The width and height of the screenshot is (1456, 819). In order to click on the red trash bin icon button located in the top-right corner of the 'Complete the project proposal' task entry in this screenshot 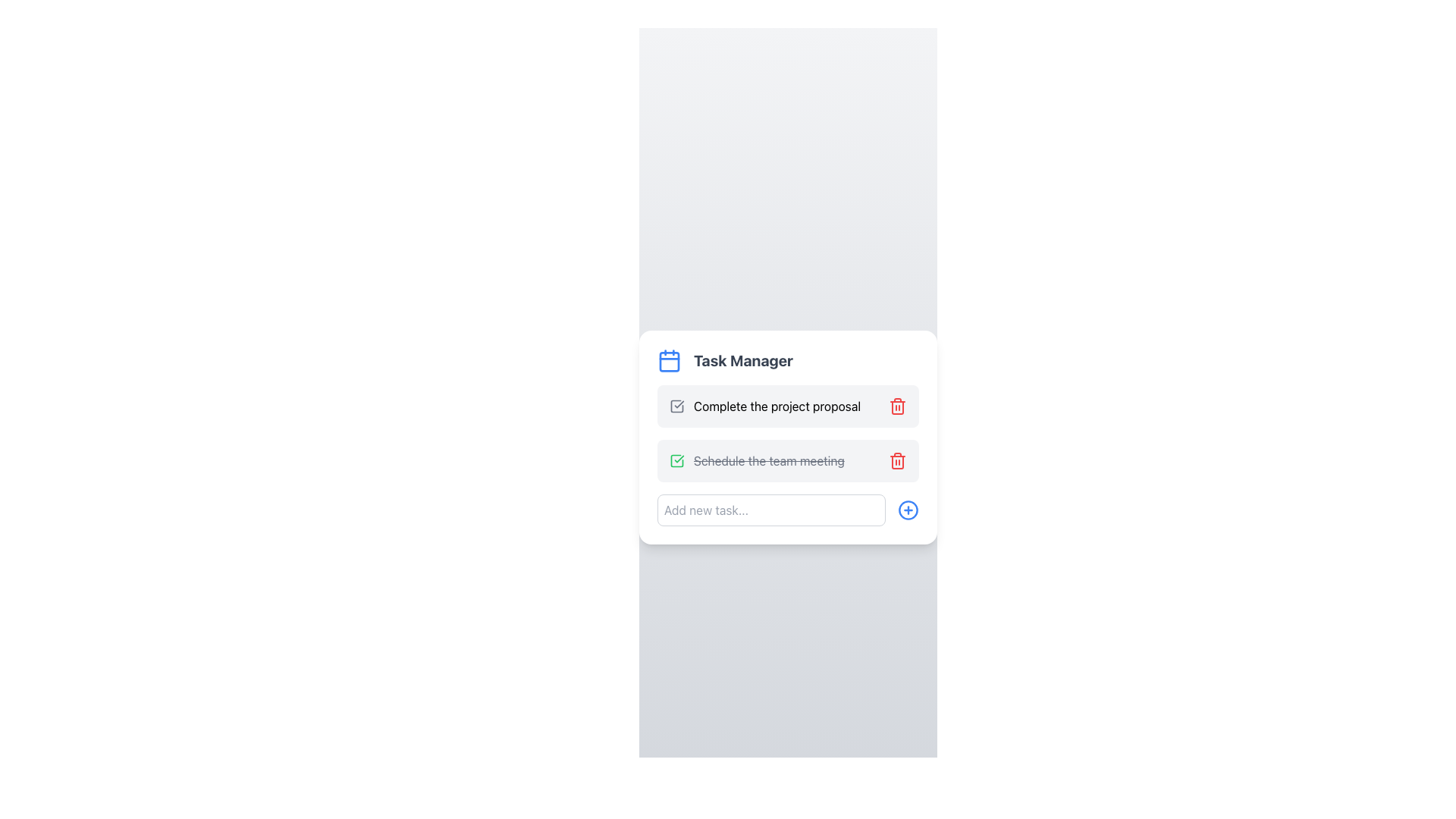, I will do `click(898, 406)`.